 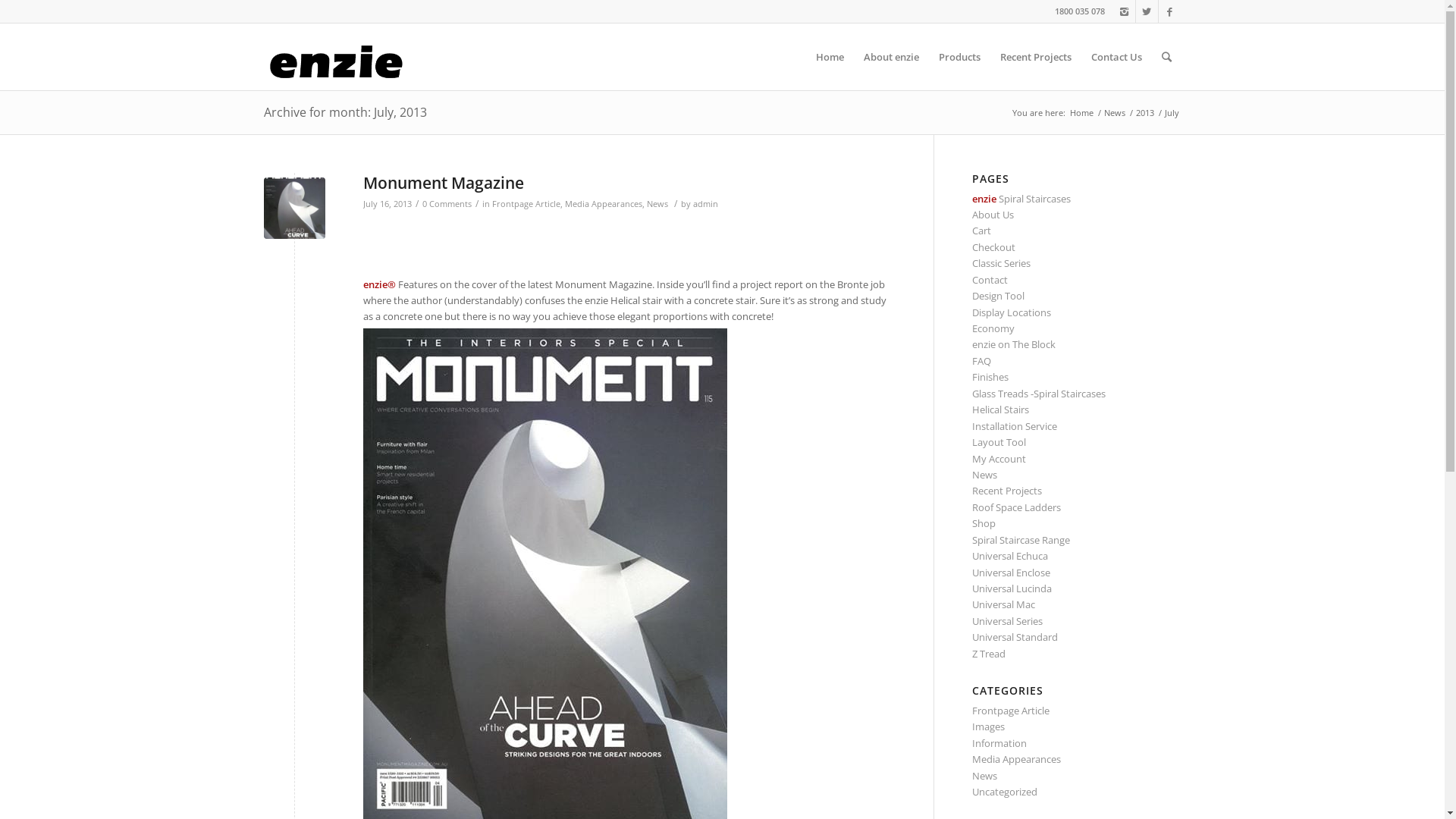 I want to click on 'Products', so click(x=927, y=55).